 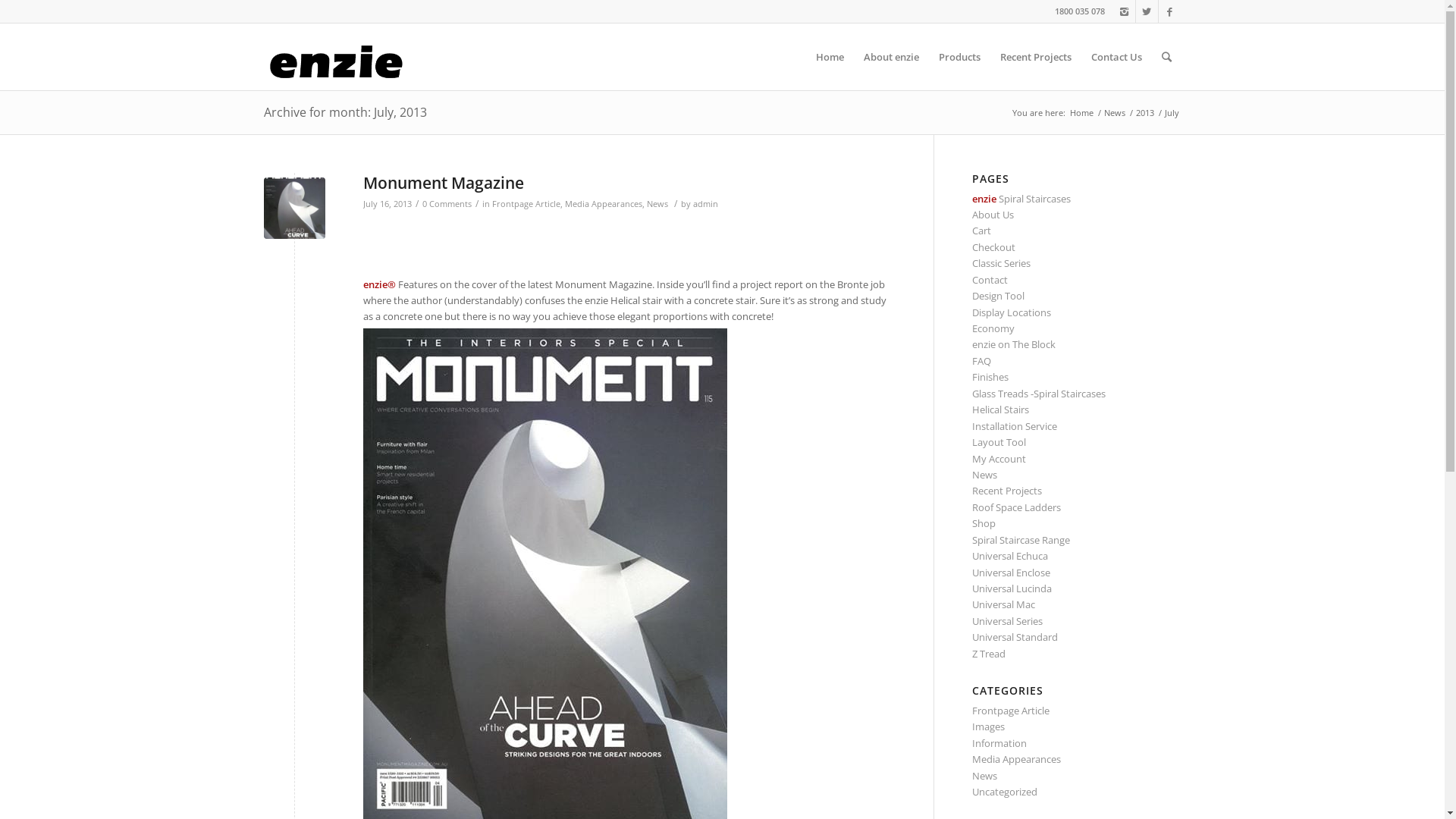 I want to click on 'Products', so click(x=927, y=55).